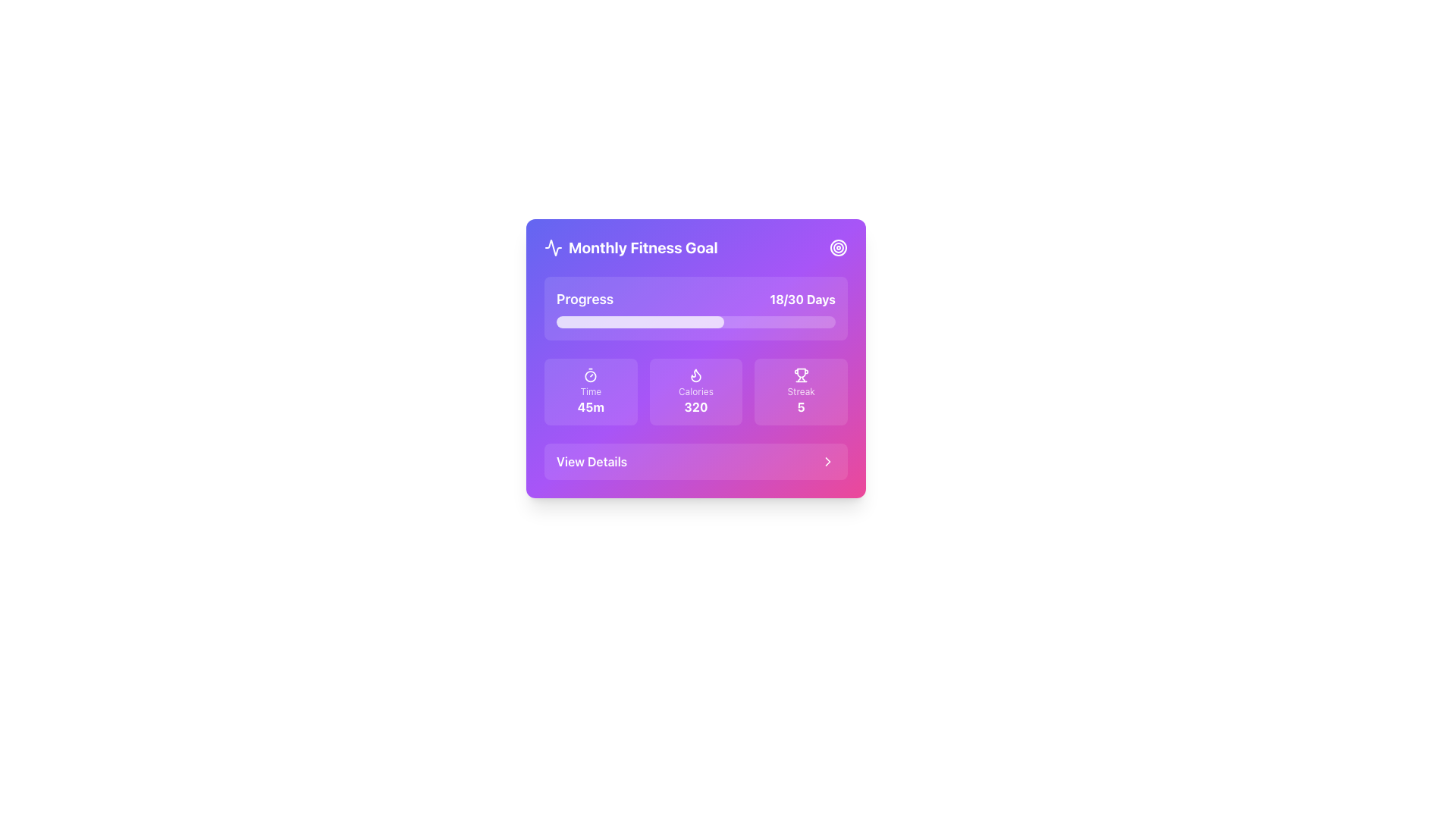 The height and width of the screenshot is (819, 1456). What do you see at coordinates (837, 247) in the screenshot?
I see `the decorative graphic, which is the outer circle of the dartboard icon located in the top-right corner of the 'Monthly Fitness Goal' widget` at bounding box center [837, 247].